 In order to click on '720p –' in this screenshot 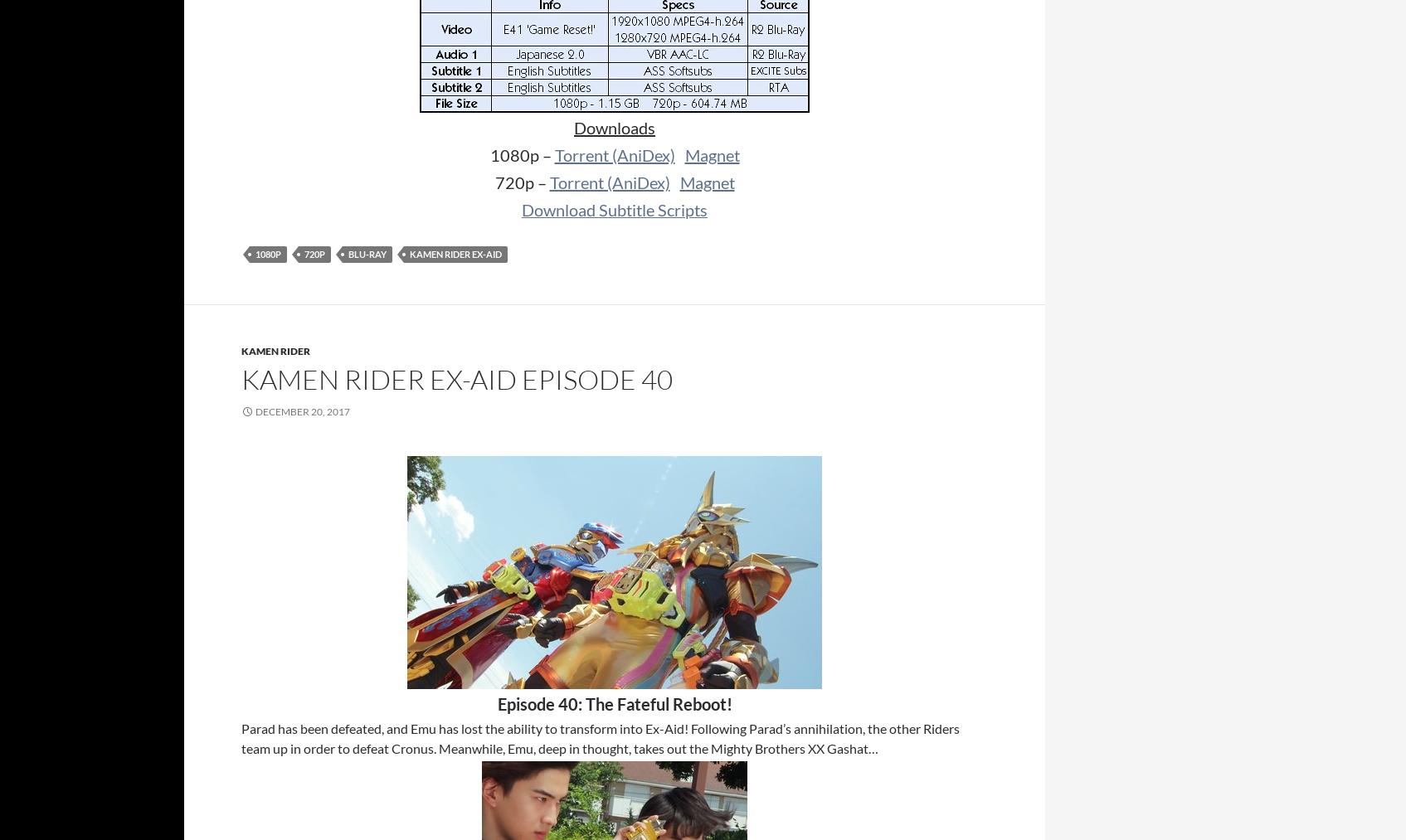, I will do `click(493, 182)`.